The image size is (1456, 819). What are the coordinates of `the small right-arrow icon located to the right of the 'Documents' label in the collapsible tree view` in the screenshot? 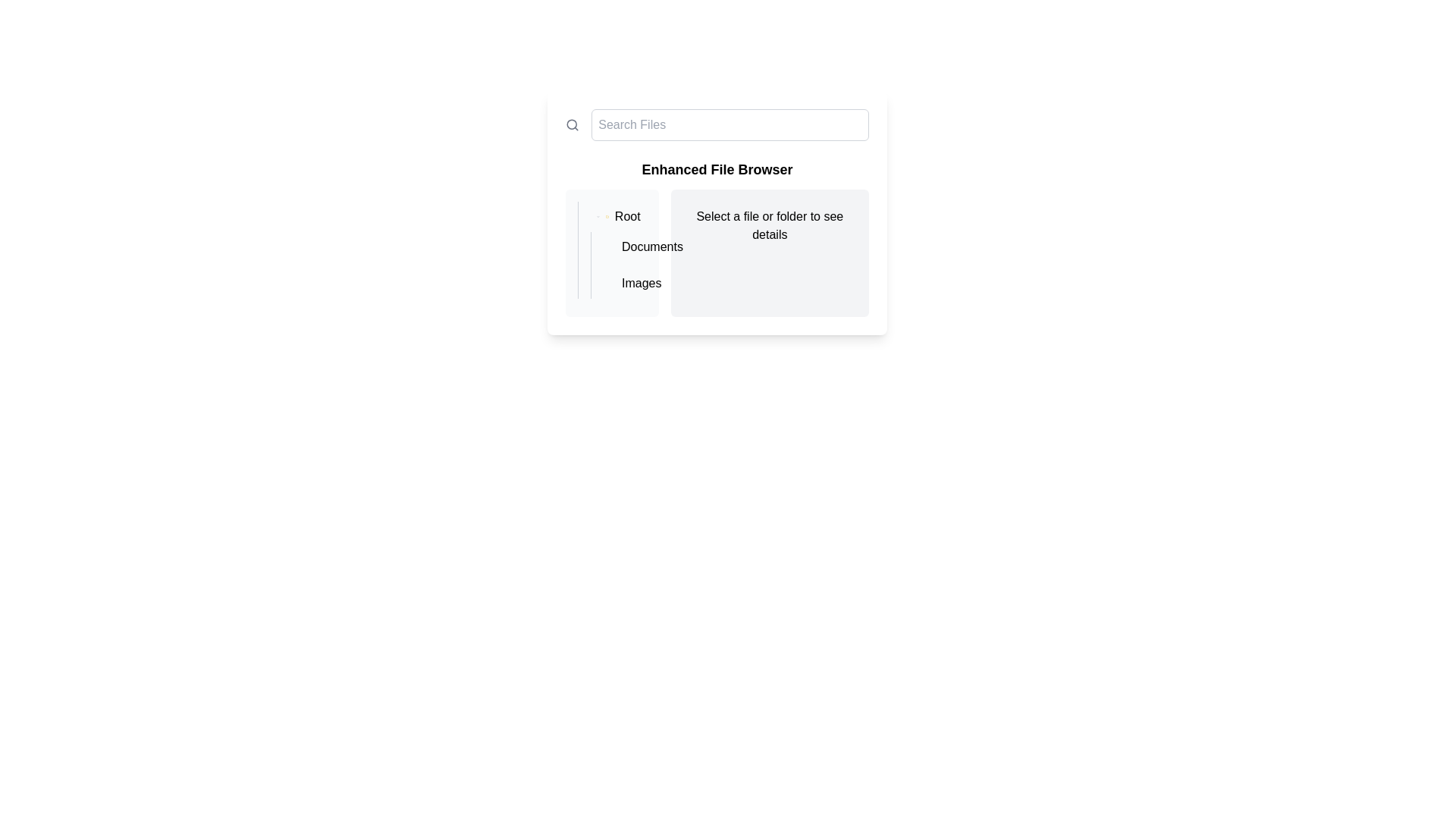 It's located at (619, 248).